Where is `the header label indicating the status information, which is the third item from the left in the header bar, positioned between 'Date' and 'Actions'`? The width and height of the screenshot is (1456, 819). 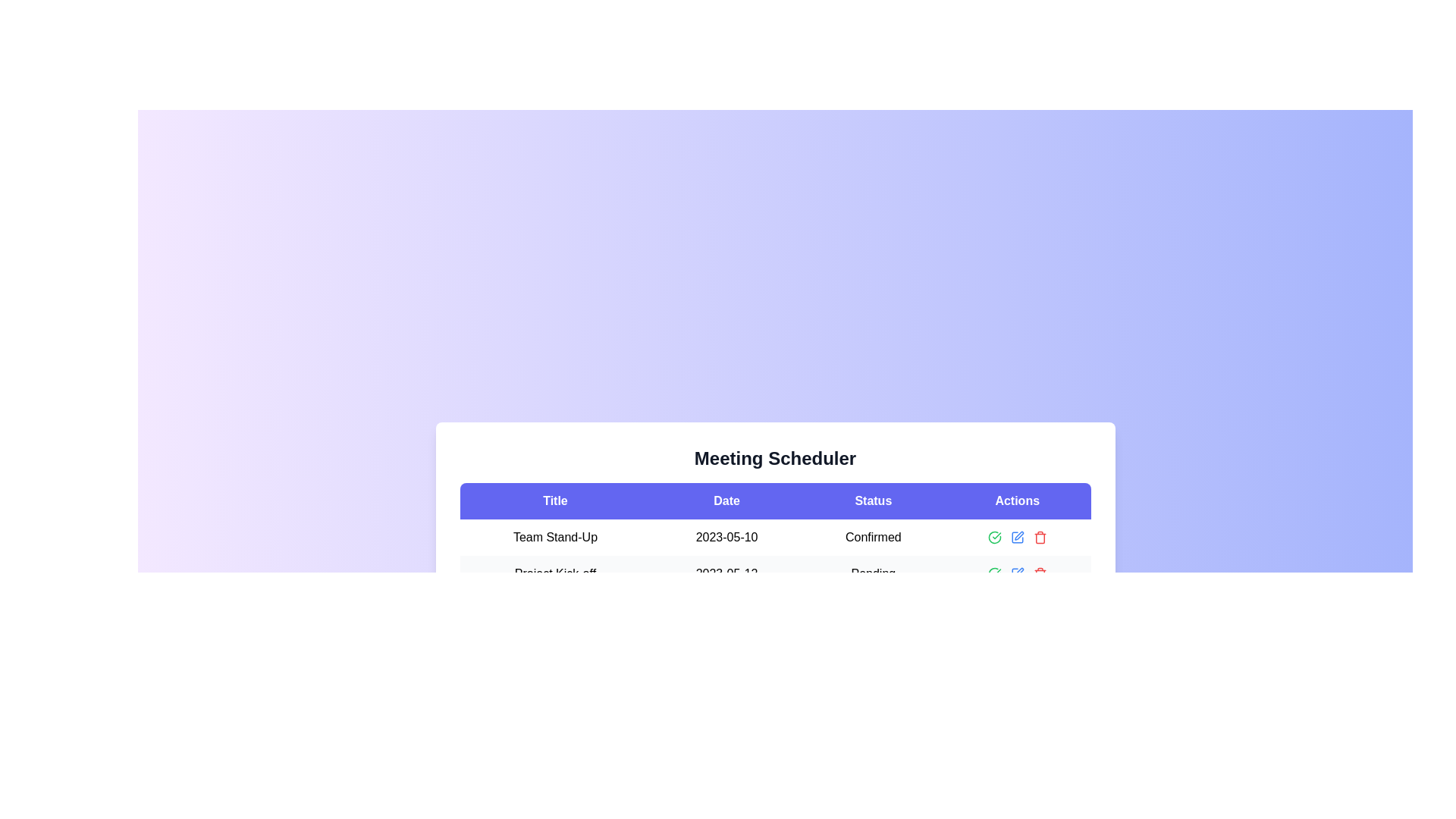
the header label indicating the status information, which is the third item from the left in the header bar, positioned between 'Date' and 'Actions' is located at coordinates (873, 500).